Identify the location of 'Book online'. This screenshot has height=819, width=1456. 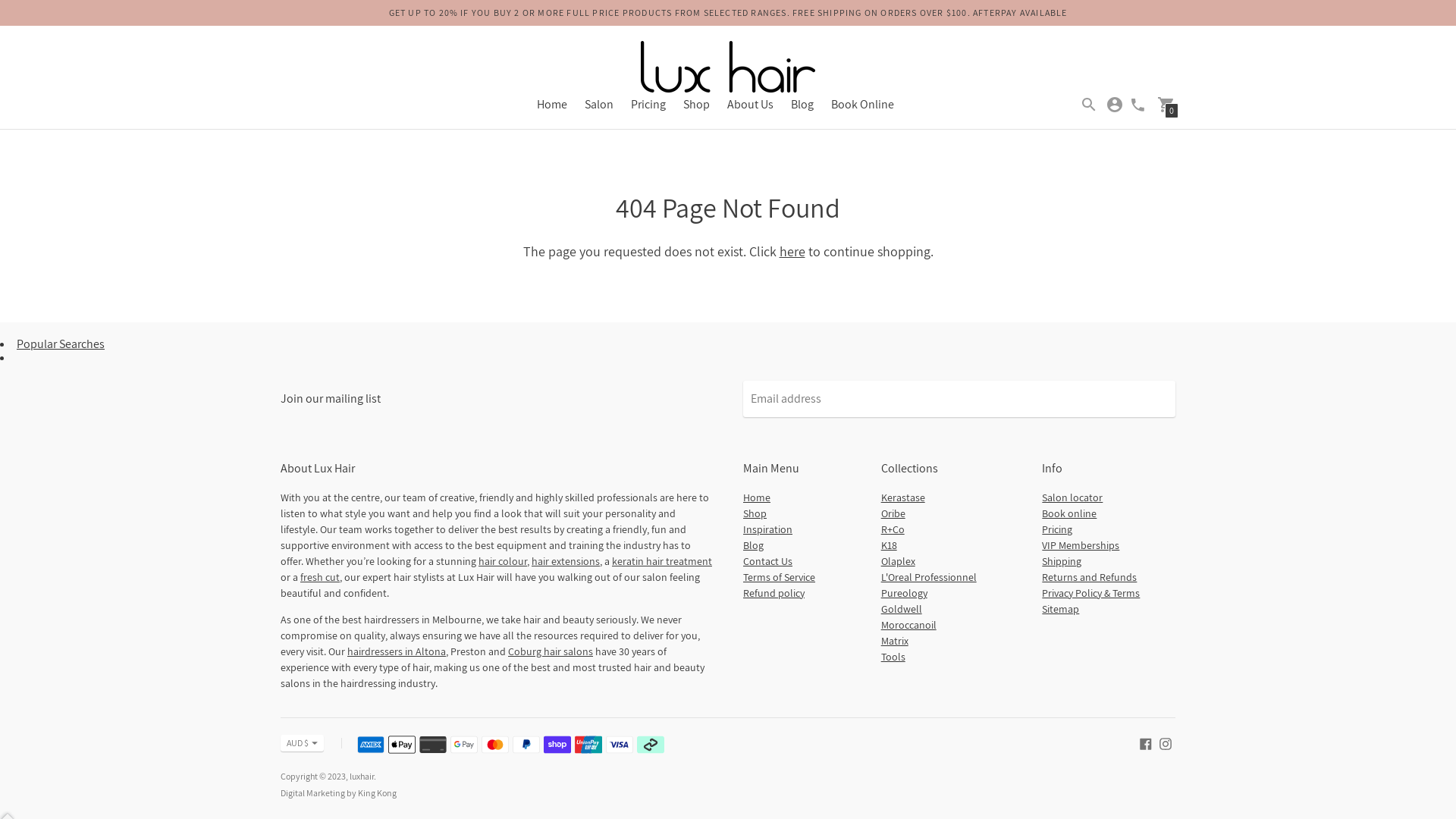
(1068, 513).